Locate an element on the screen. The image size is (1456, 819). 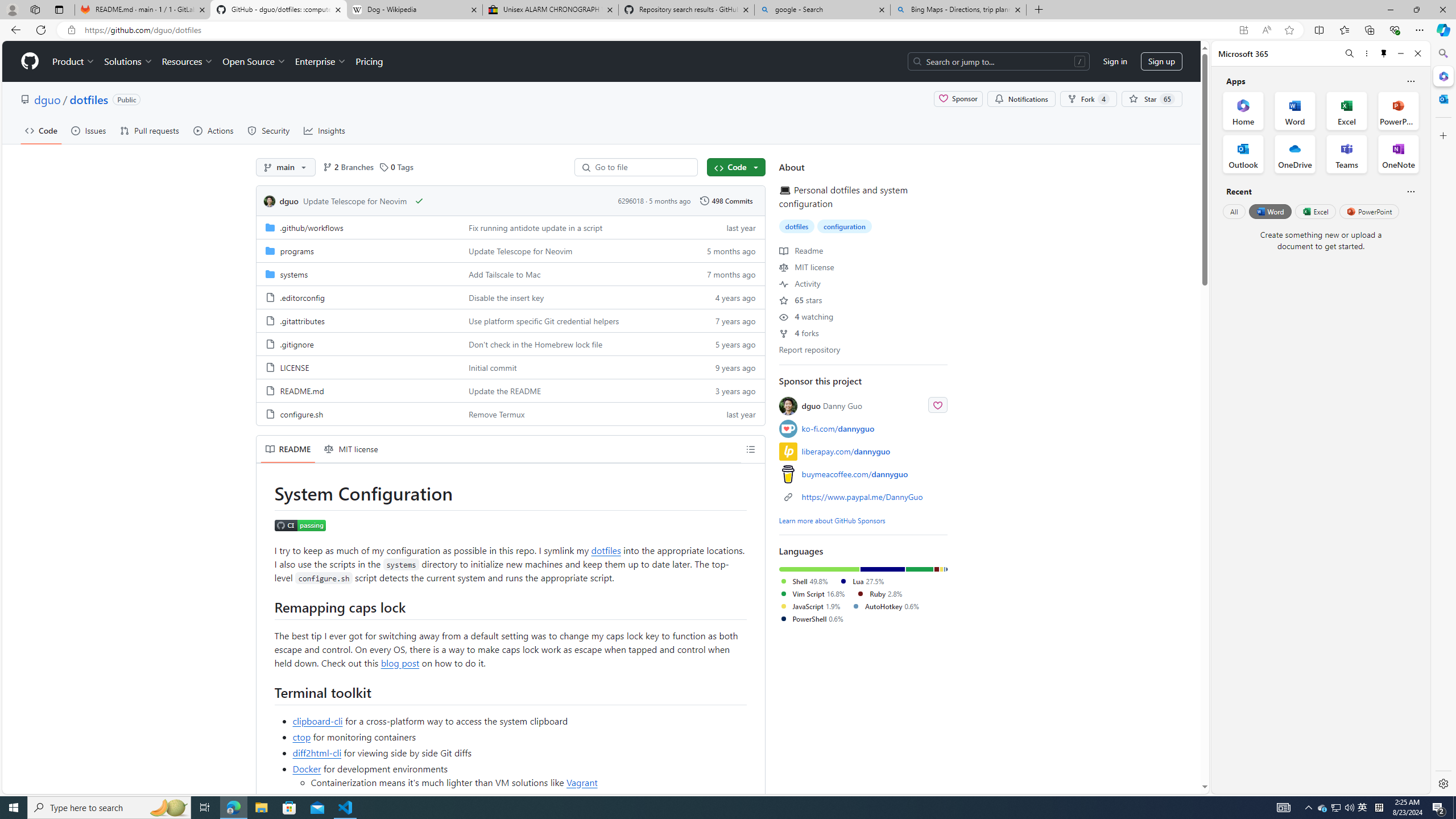
'programs, (Directory)' is located at coordinates (357, 250).